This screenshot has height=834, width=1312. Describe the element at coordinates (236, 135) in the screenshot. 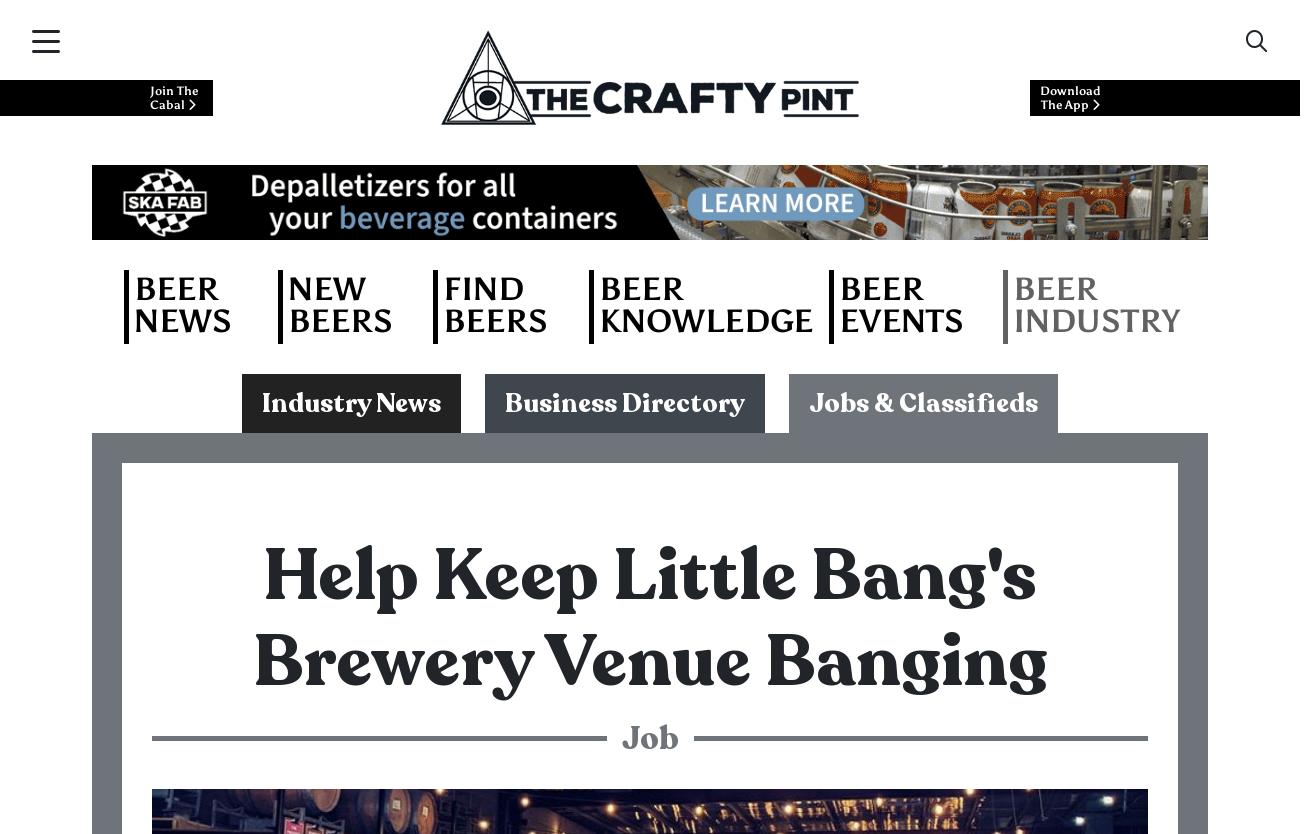

I see `'Little Bang'` at that location.